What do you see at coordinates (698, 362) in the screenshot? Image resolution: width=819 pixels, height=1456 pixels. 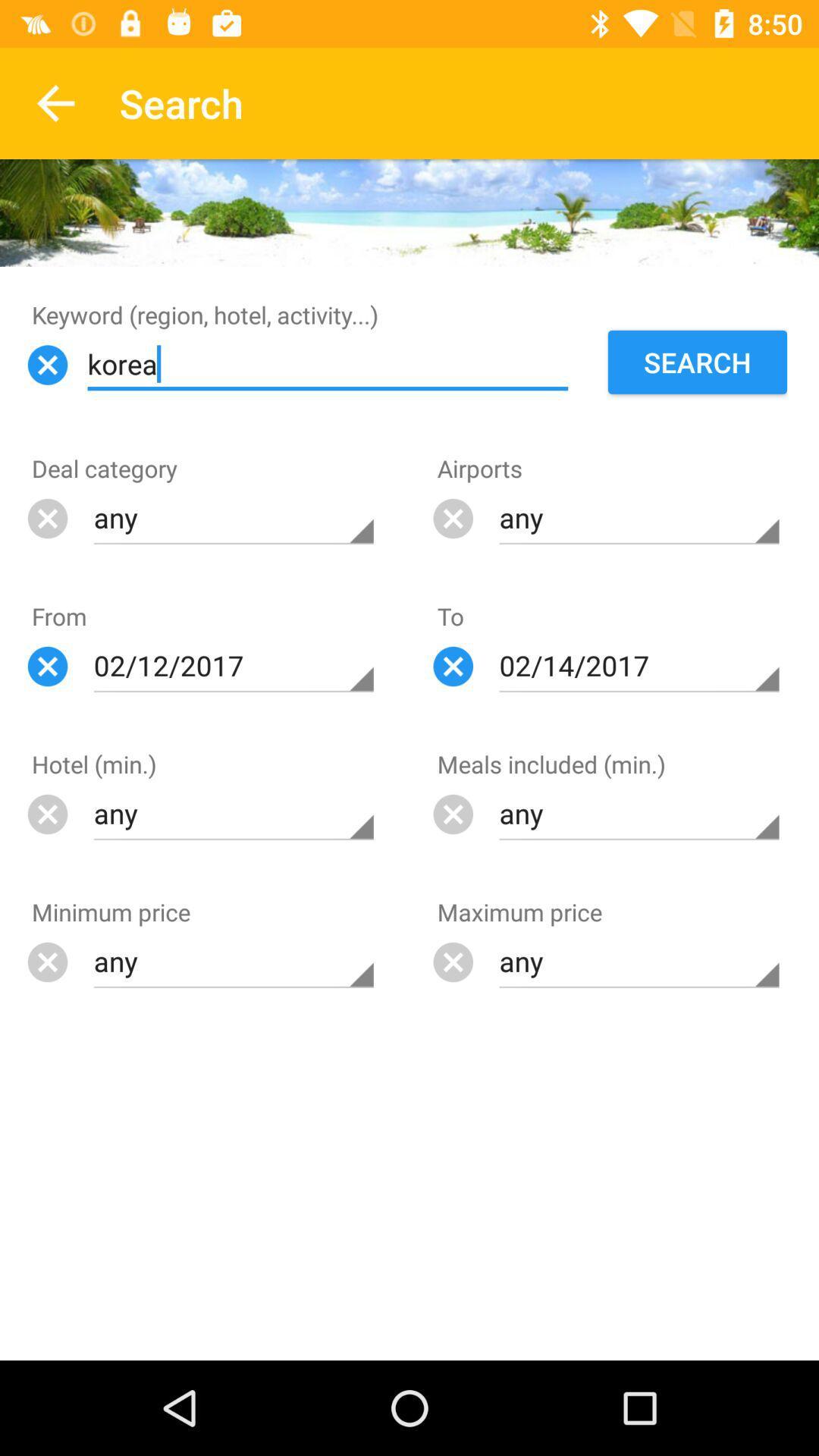 I see `search` at bounding box center [698, 362].